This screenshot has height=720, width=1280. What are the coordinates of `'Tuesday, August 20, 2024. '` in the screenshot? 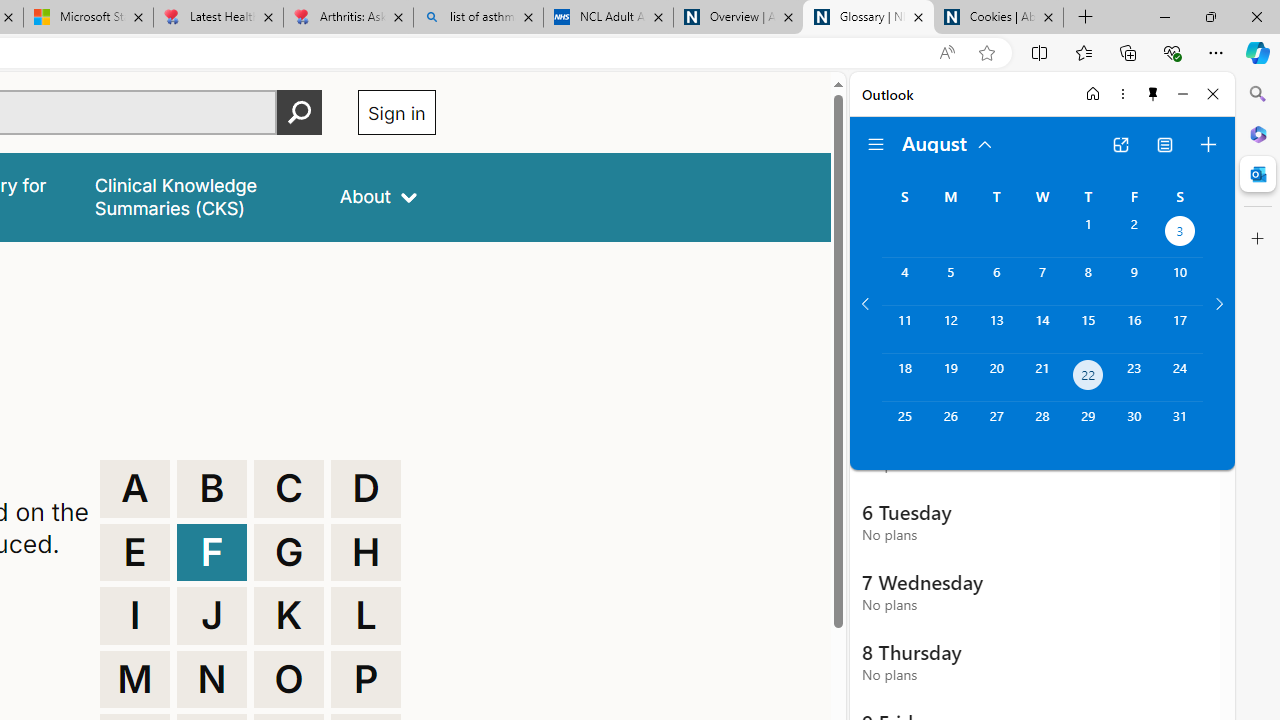 It's located at (996, 377).